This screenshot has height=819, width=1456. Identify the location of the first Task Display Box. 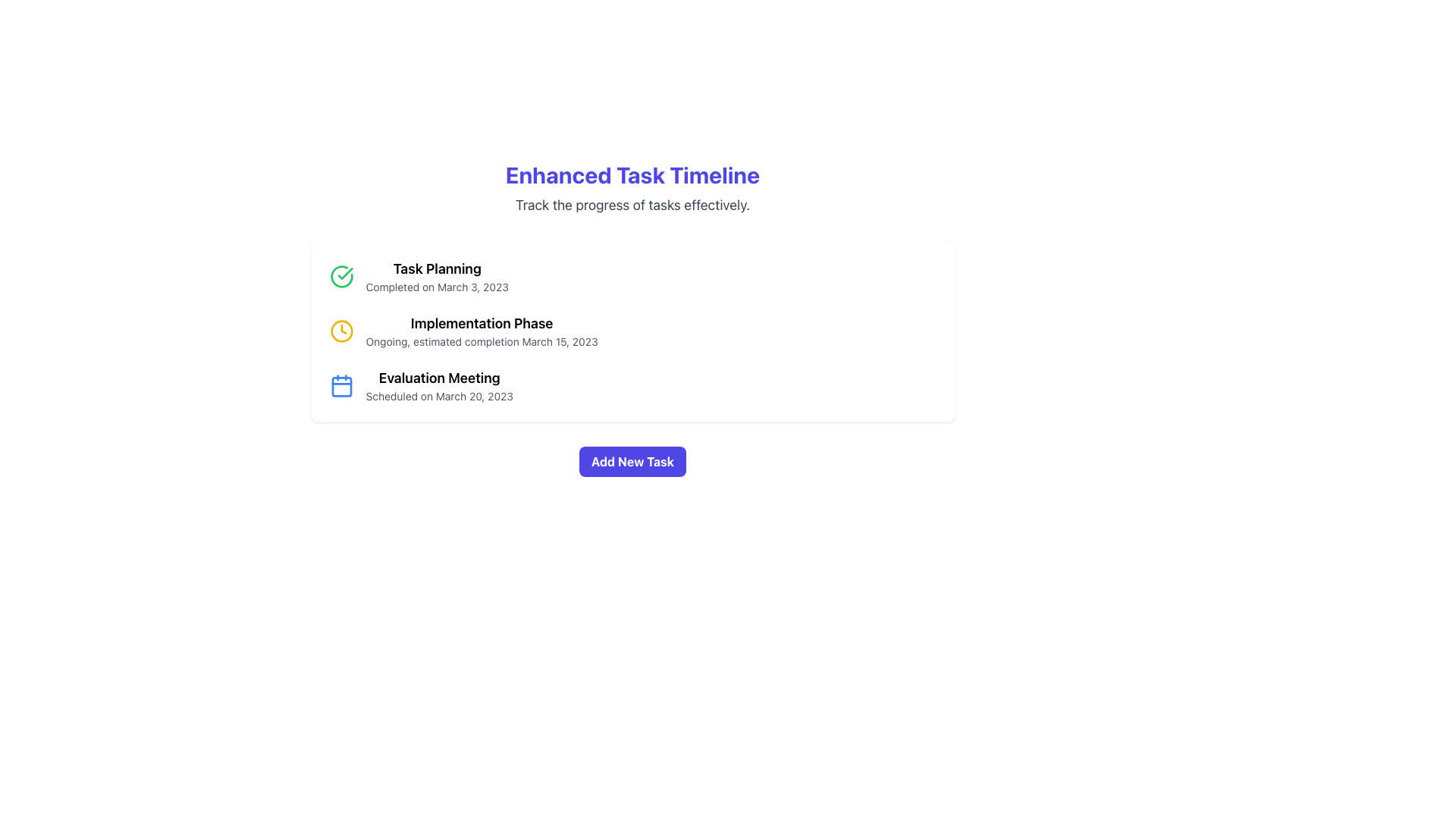
(632, 277).